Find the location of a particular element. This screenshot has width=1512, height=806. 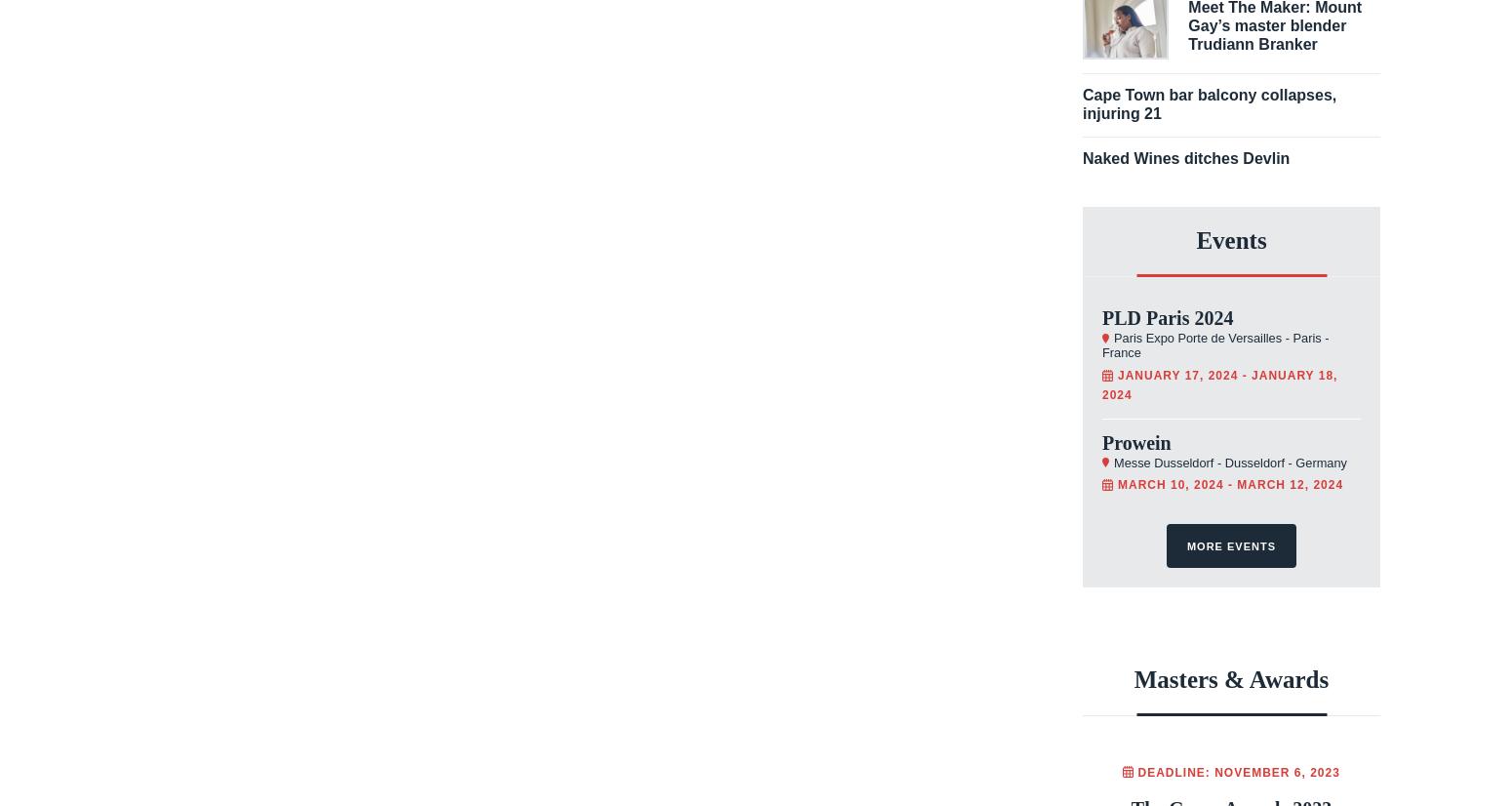

'Masters & Awards' is located at coordinates (1230, 678).